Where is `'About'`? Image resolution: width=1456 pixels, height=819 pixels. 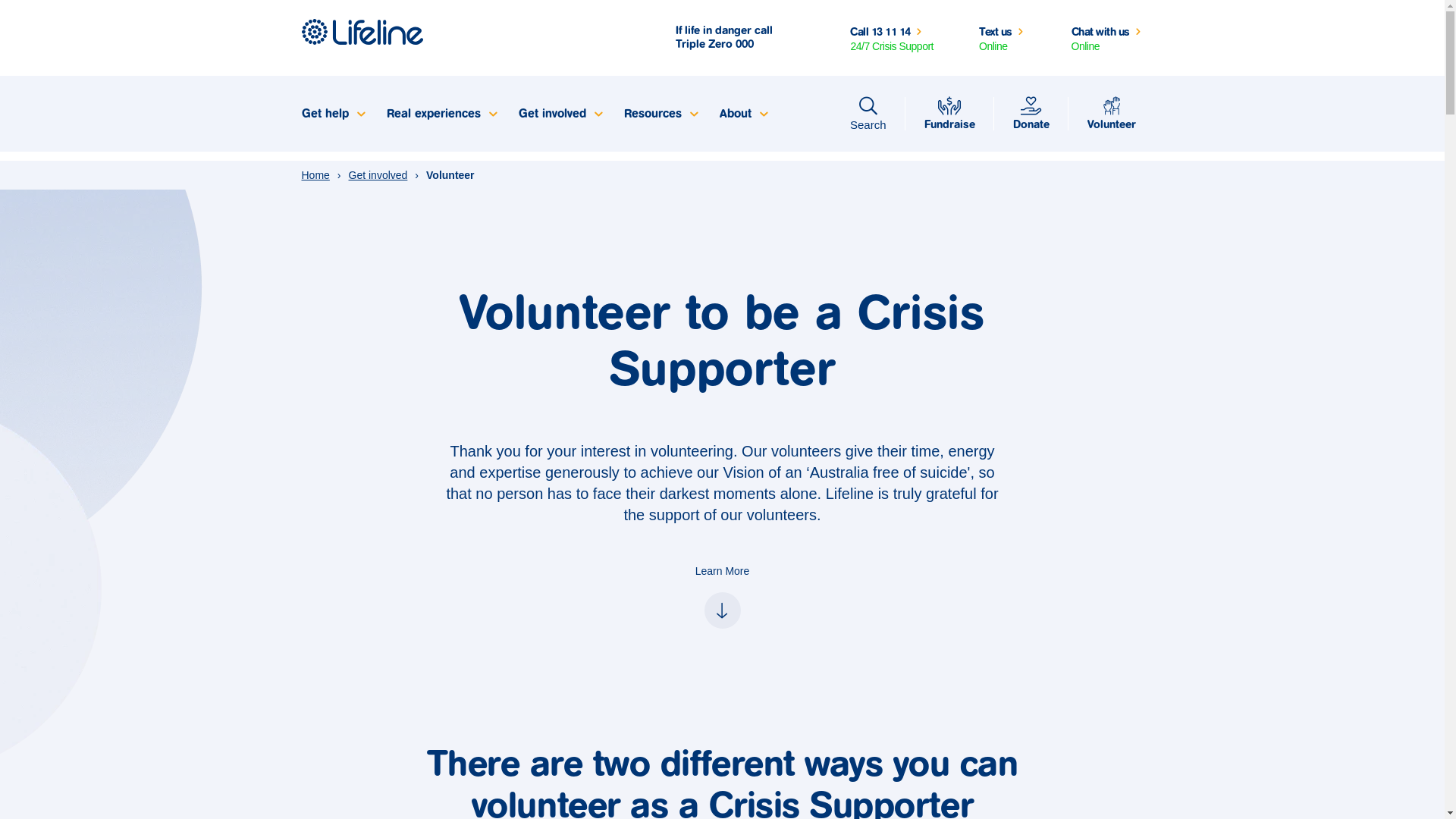
'About' is located at coordinates (742, 113).